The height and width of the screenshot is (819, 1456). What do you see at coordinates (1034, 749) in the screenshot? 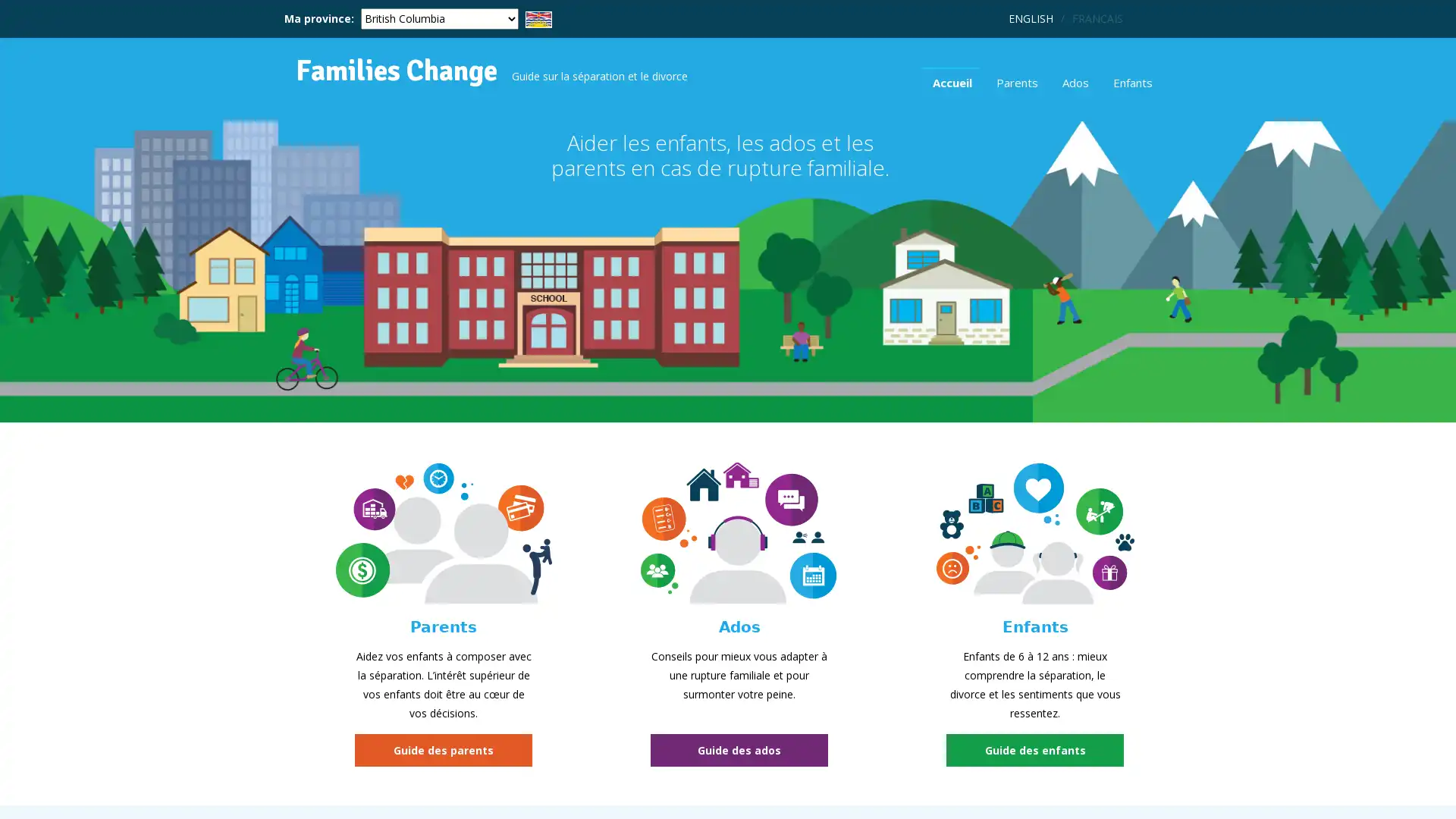
I see `Guide des enfants` at bounding box center [1034, 749].